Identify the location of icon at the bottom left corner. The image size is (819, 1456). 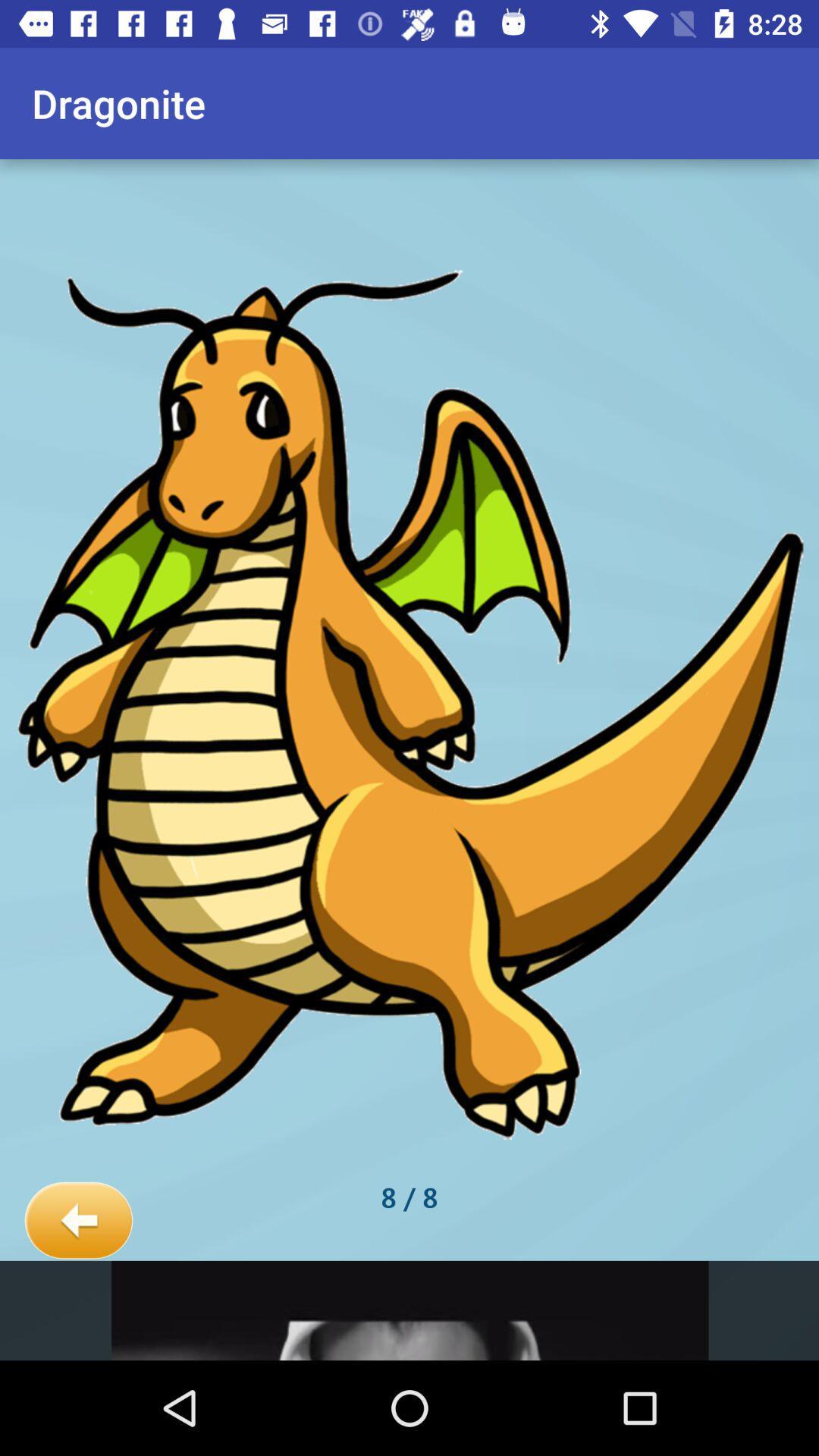
(78, 1221).